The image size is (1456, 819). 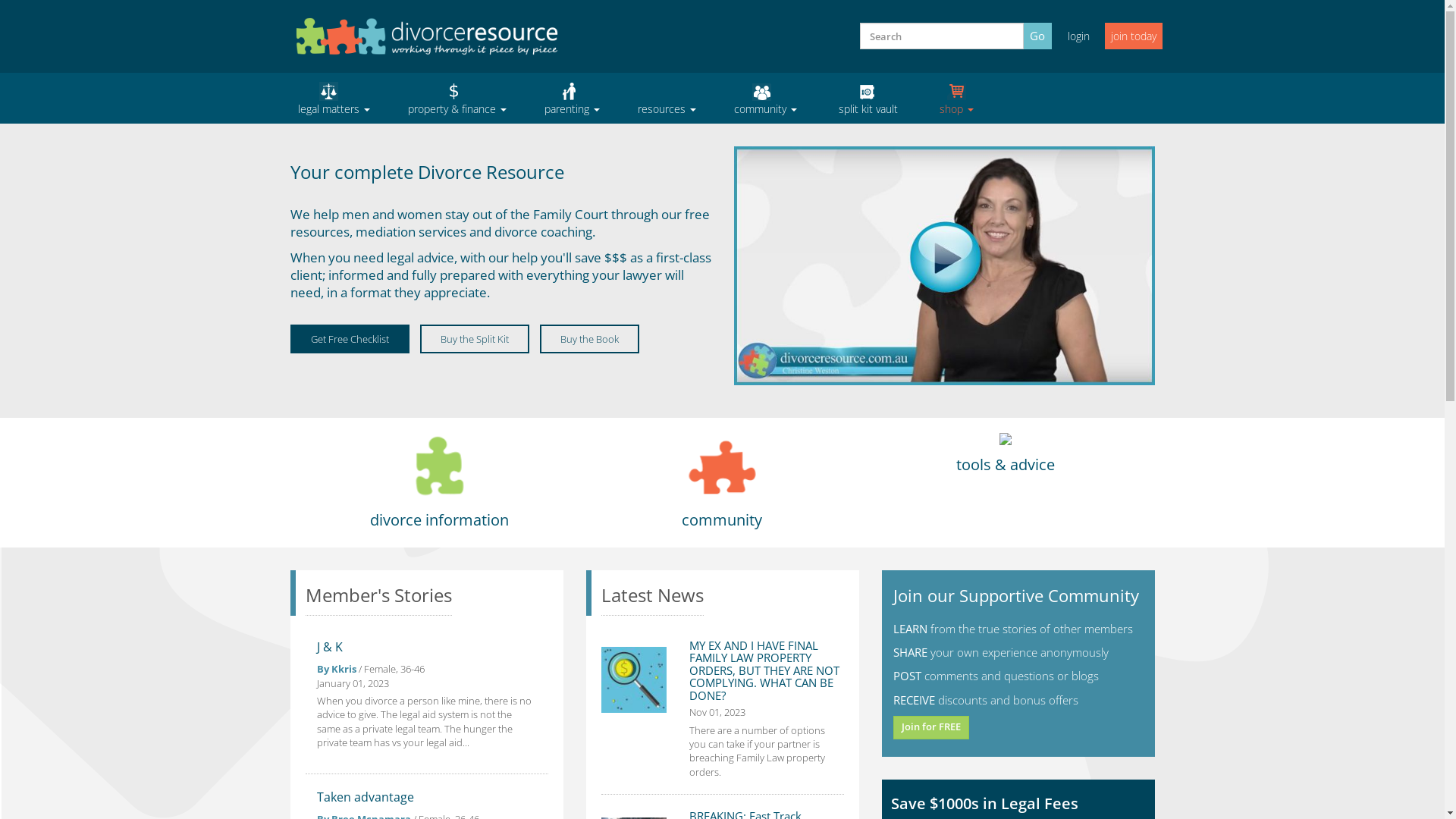 I want to click on 'legal matters', so click(x=333, y=98).